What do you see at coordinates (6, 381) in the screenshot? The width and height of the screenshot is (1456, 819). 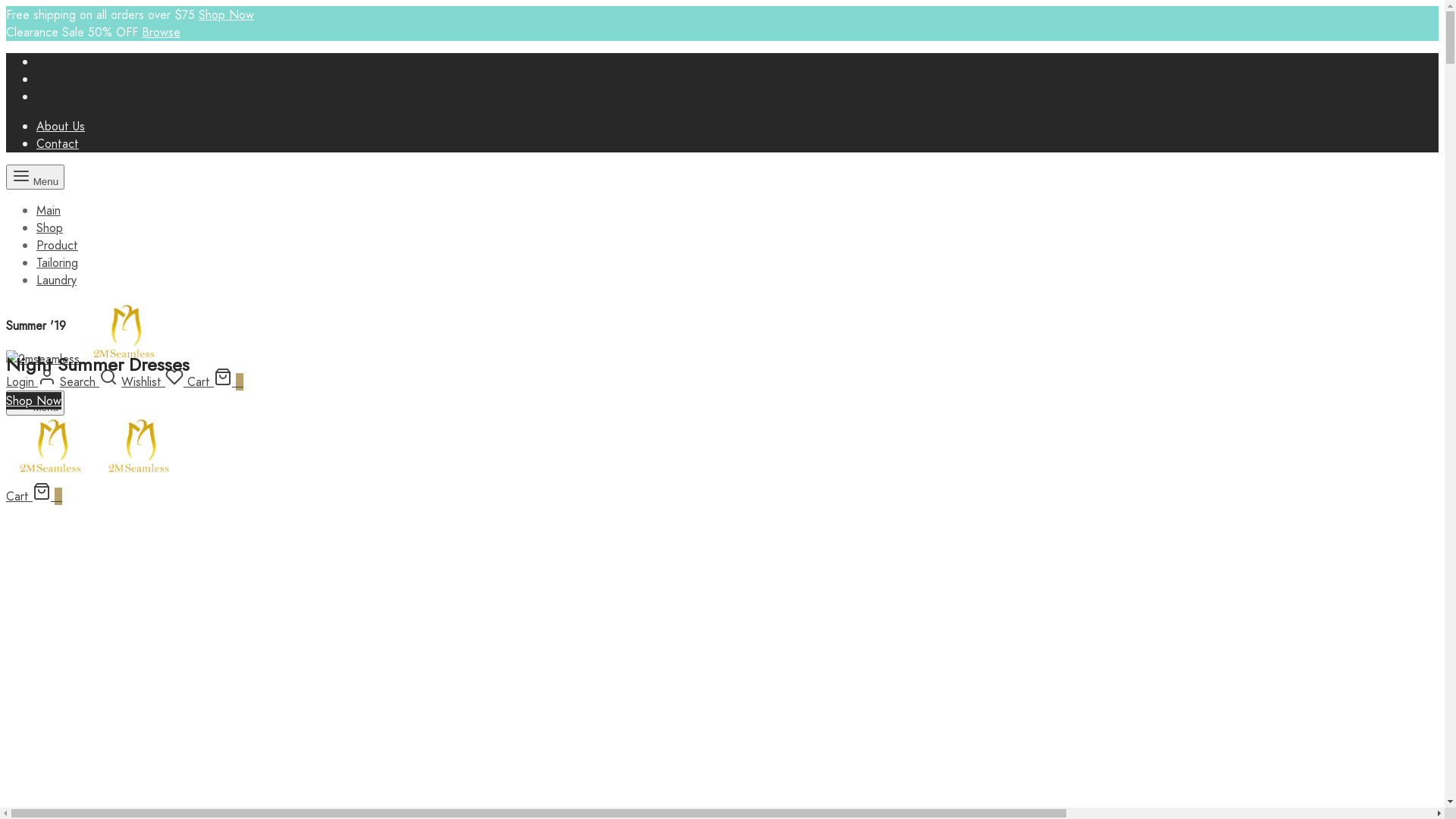 I see `'Login'` at bounding box center [6, 381].